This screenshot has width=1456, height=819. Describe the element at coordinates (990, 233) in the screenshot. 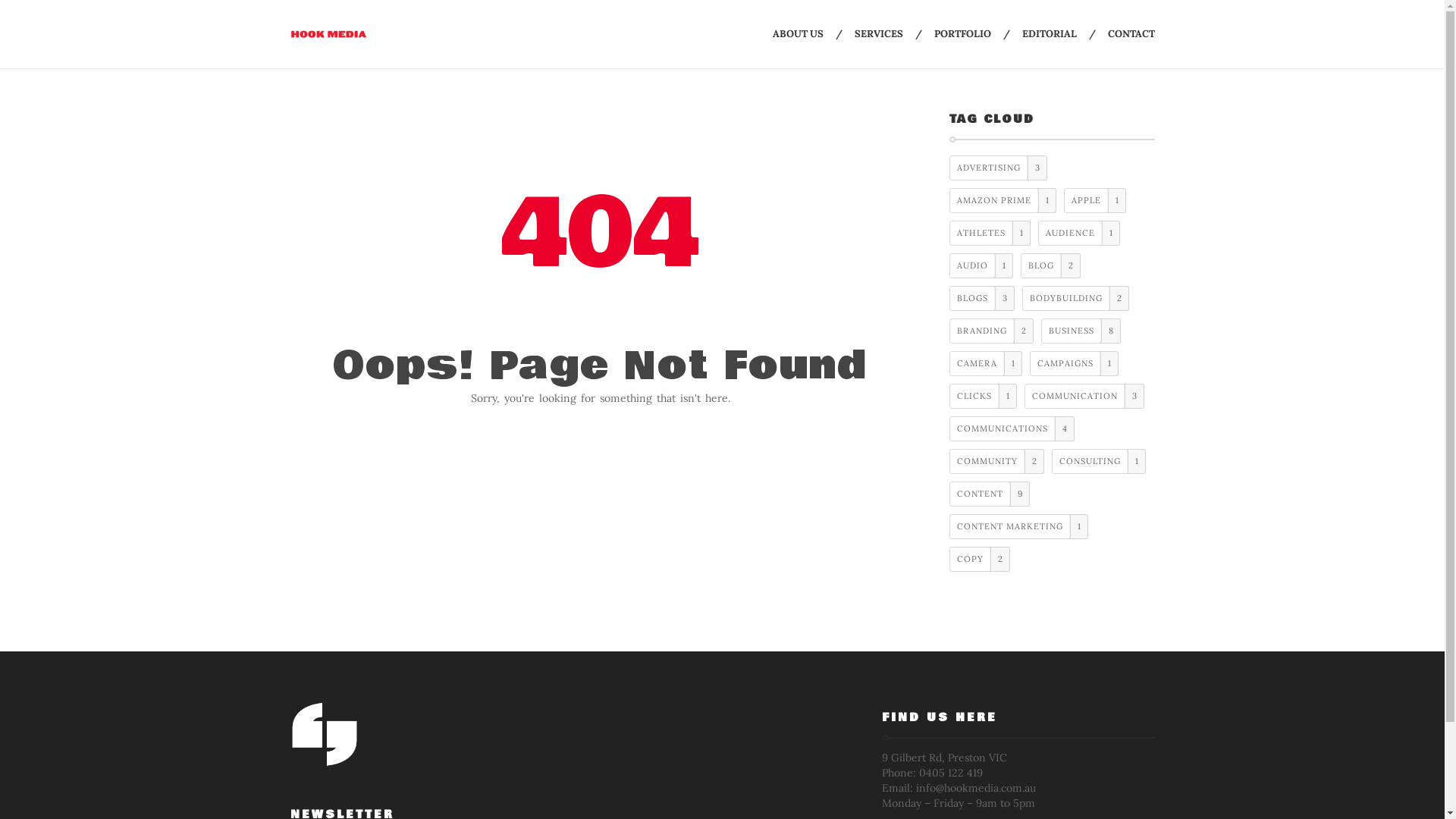

I see `'ATHLETES1'` at that location.